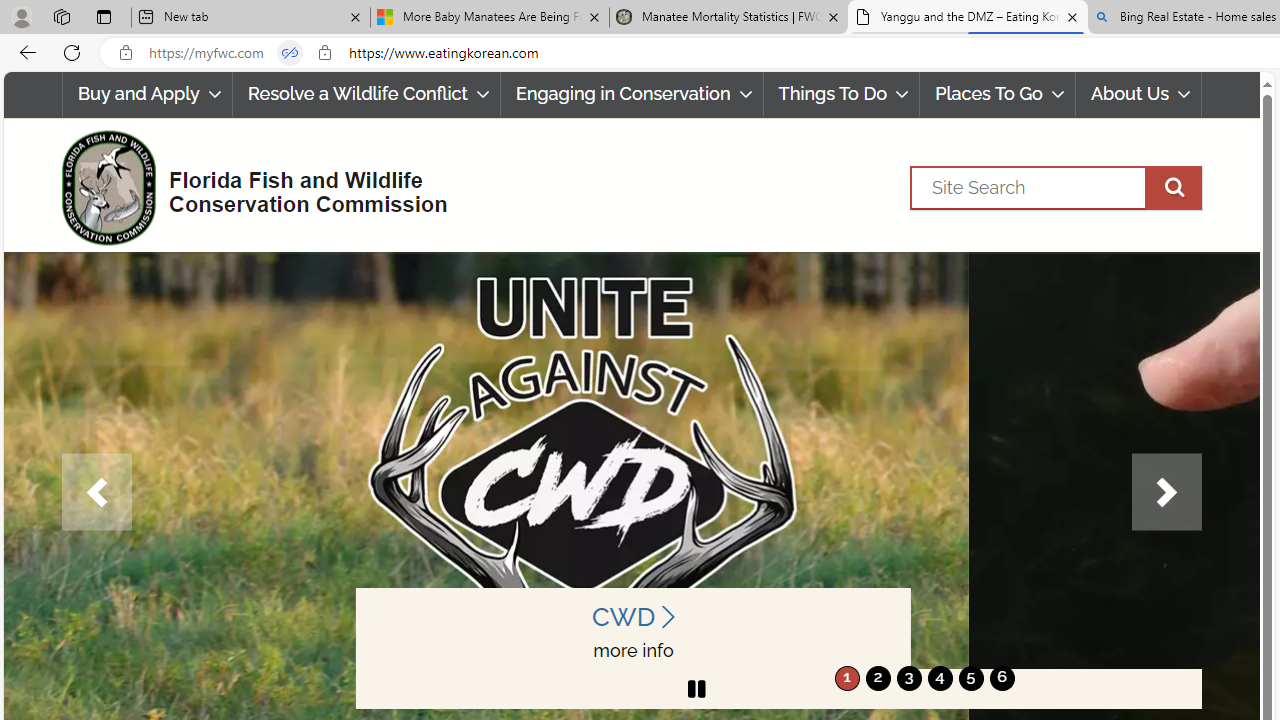 This screenshot has width=1280, height=720. Describe the element at coordinates (847, 677) in the screenshot. I see `'move to slide 1'` at that location.